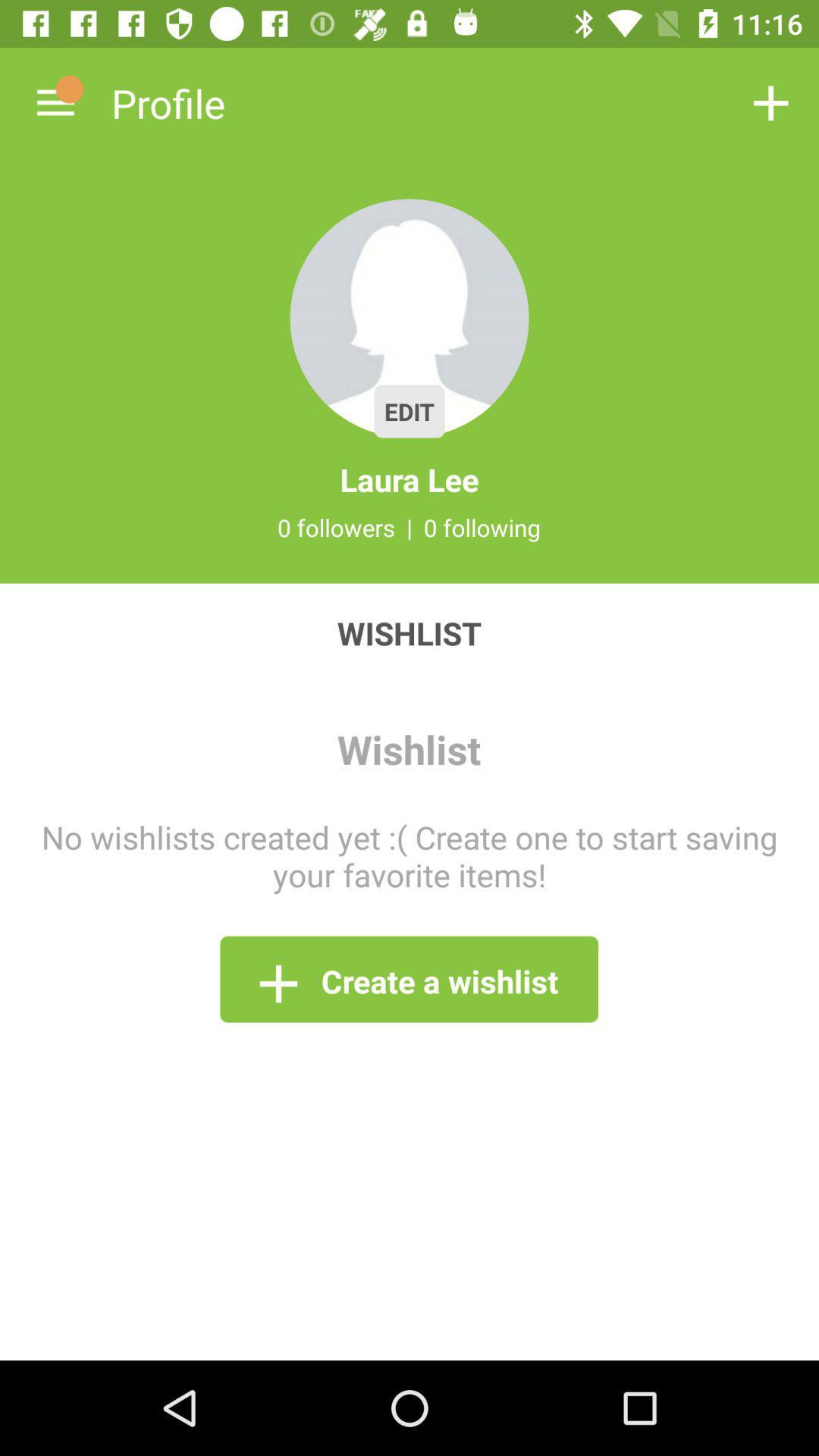 The height and width of the screenshot is (1456, 819). Describe the element at coordinates (335, 527) in the screenshot. I see `0 followers icon` at that location.